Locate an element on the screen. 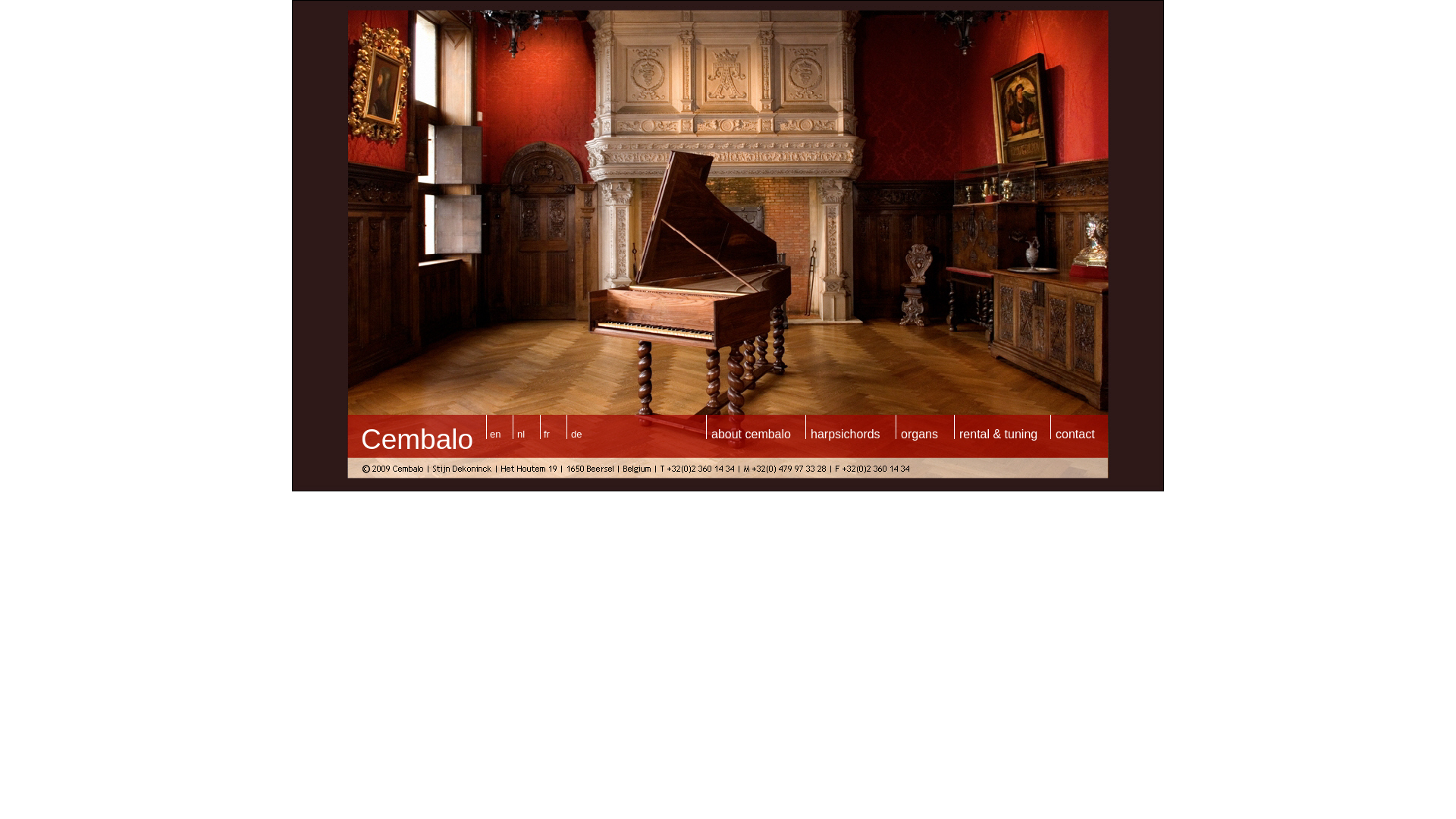 The image size is (1456, 819). 'contact' is located at coordinates (1074, 434).